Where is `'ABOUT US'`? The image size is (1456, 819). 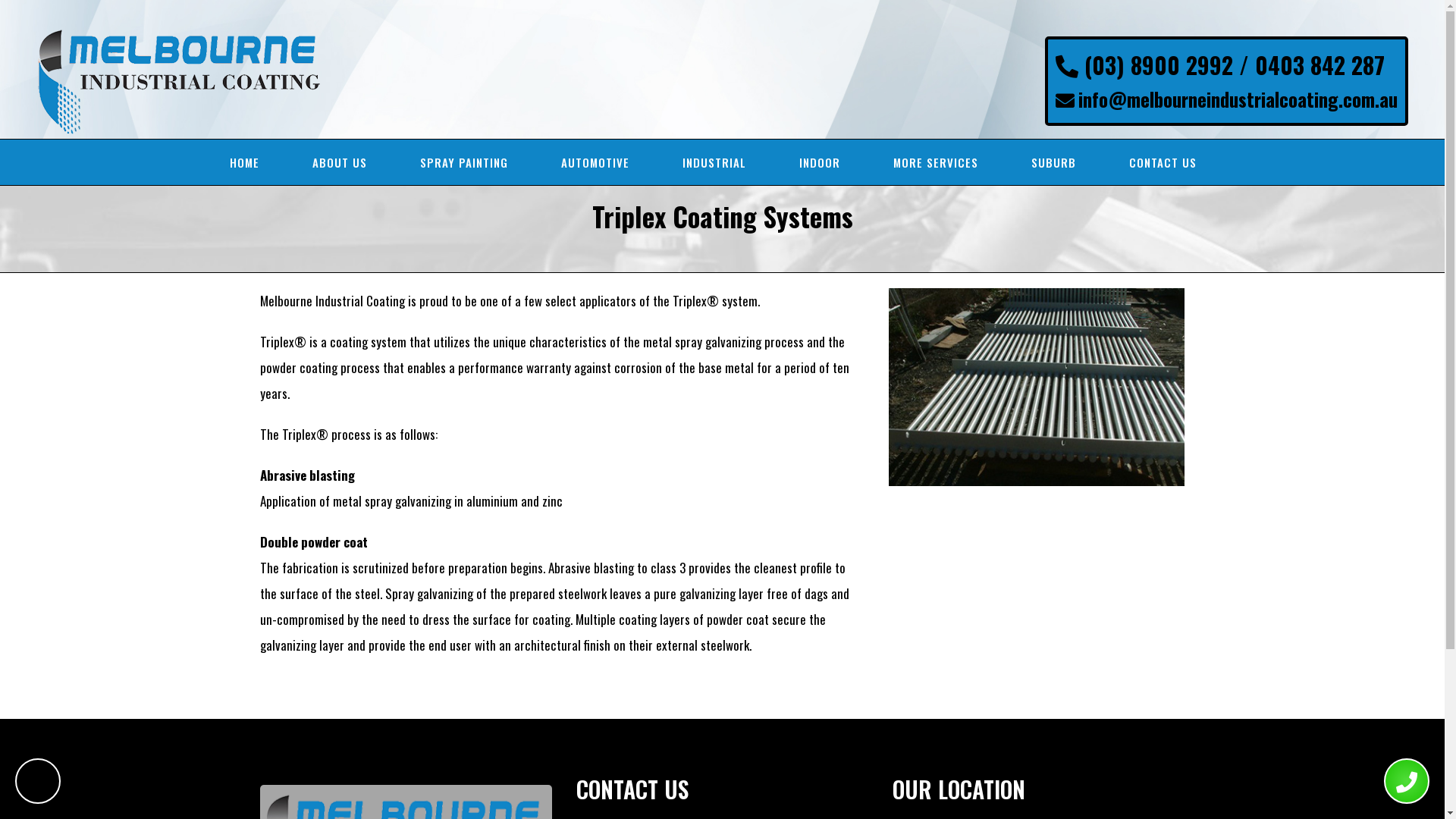 'ABOUT US' is located at coordinates (294, 162).